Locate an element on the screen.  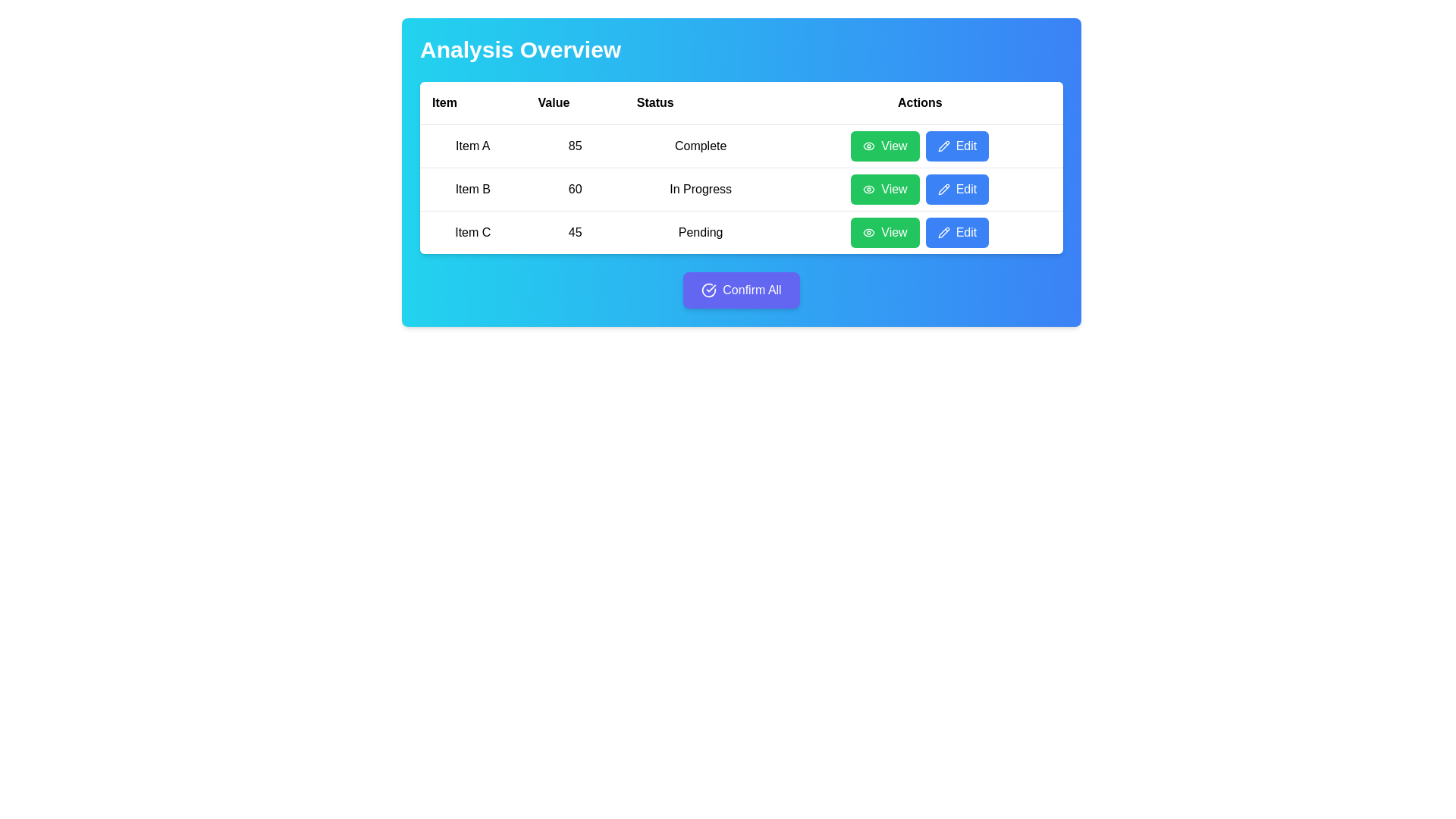
the status text element for 'Item C' located in the 'Status' column of the third row in the table is located at coordinates (700, 232).